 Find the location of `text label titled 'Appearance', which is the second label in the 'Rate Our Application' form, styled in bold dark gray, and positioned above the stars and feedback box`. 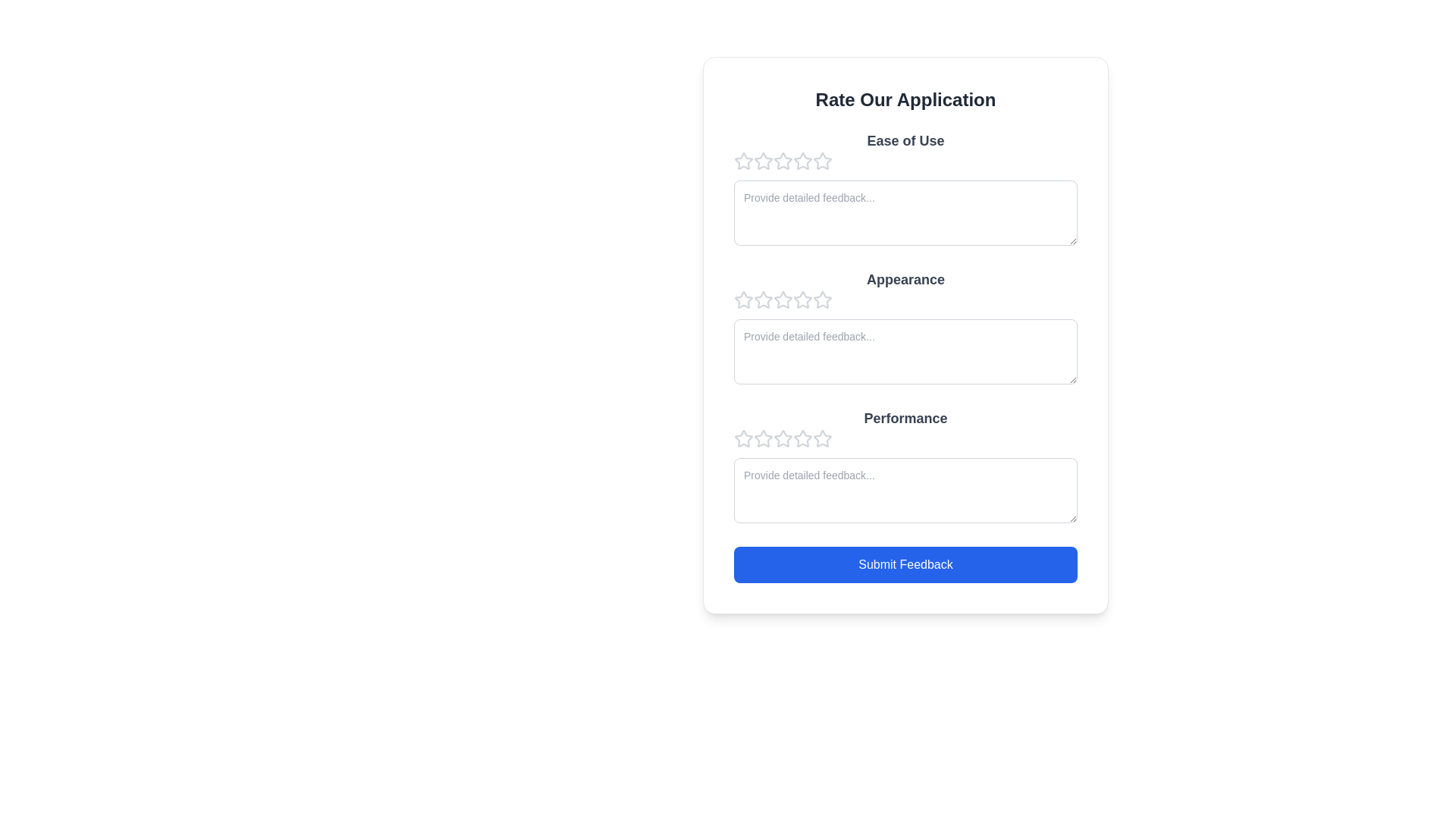

text label titled 'Appearance', which is the second label in the 'Rate Our Application' form, styled in bold dark gray, and positioned above the stars and feedback box is located at coordinates (905, 280).